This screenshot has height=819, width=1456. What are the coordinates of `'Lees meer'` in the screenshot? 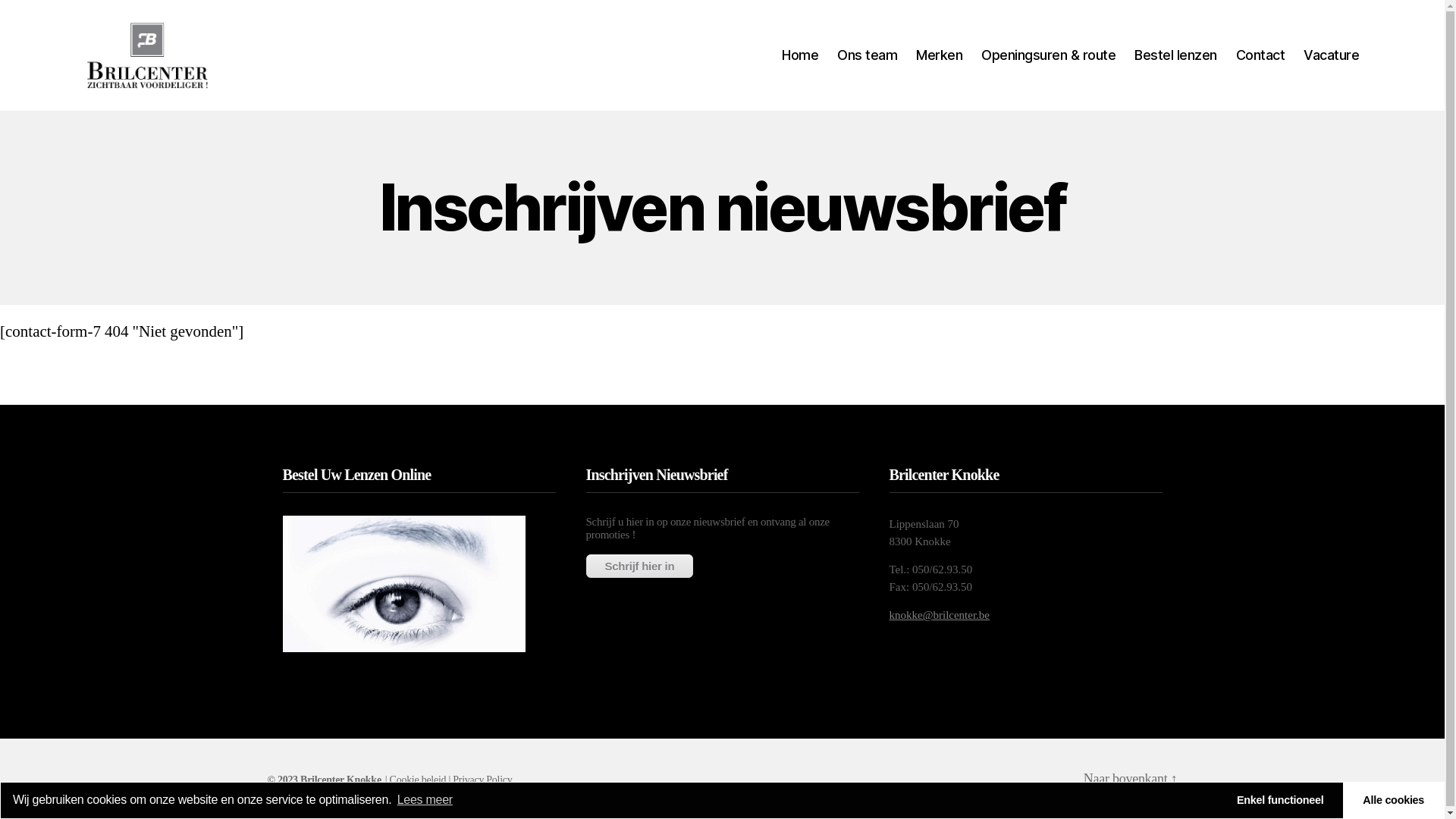 It's located at (422, 799).